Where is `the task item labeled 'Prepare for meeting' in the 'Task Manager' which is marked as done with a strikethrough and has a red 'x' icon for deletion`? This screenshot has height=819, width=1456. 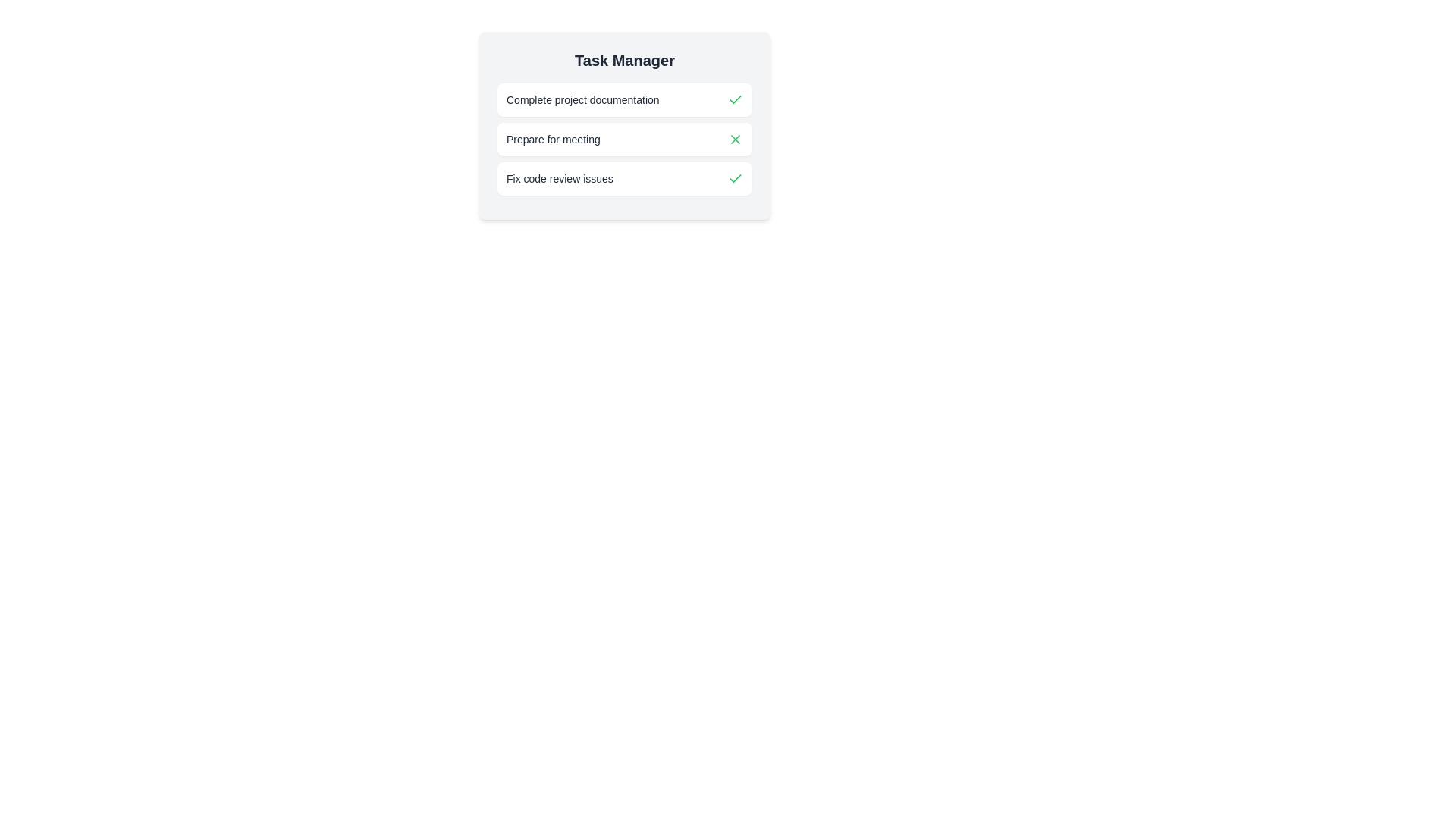
the task item labeled 'Prepare for meeting' in the 'Task Manager' which is marked as done with a strikethrough and has a red 'x' icon for deletion is located at coordinates (625, 124).